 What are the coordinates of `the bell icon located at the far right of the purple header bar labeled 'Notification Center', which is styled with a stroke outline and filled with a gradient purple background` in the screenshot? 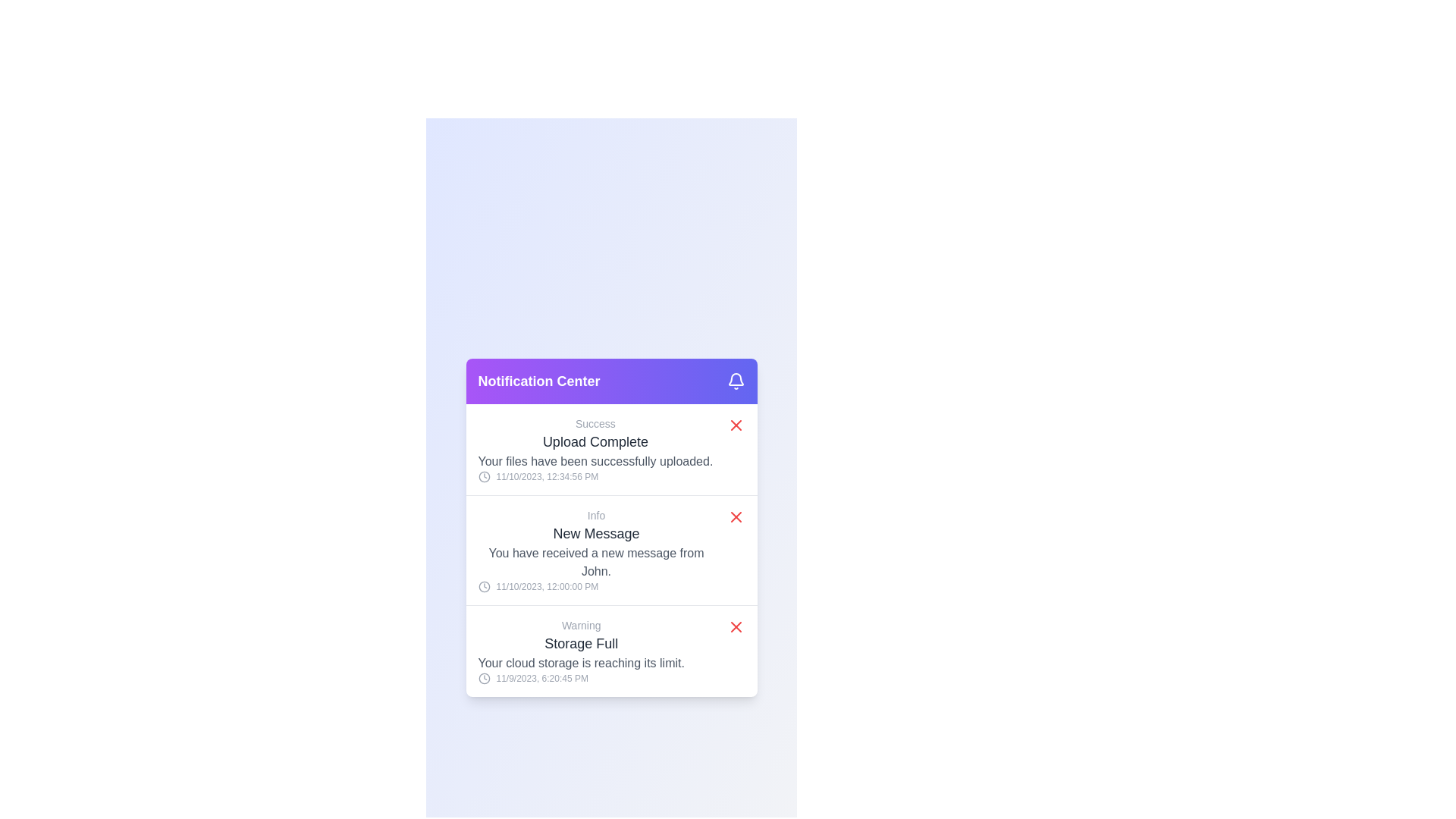 It's located at (736, 380).